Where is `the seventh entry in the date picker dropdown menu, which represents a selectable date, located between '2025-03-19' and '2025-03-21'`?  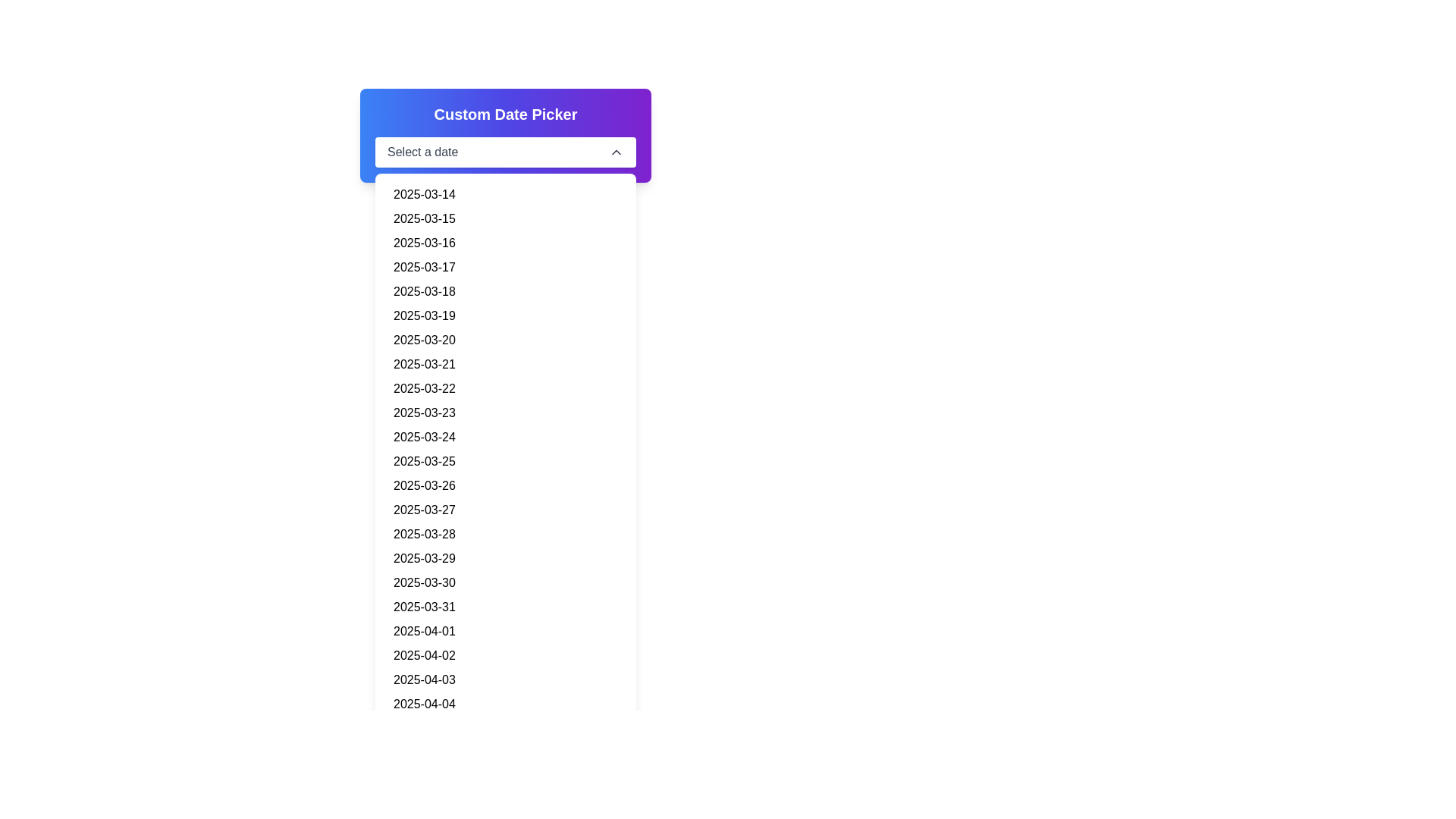
the seventh entry in the date picker dropdown menu, which represents a selectable date, located between '2025-03-19' and '2025-03-21' is located at coordinates (506, 339).